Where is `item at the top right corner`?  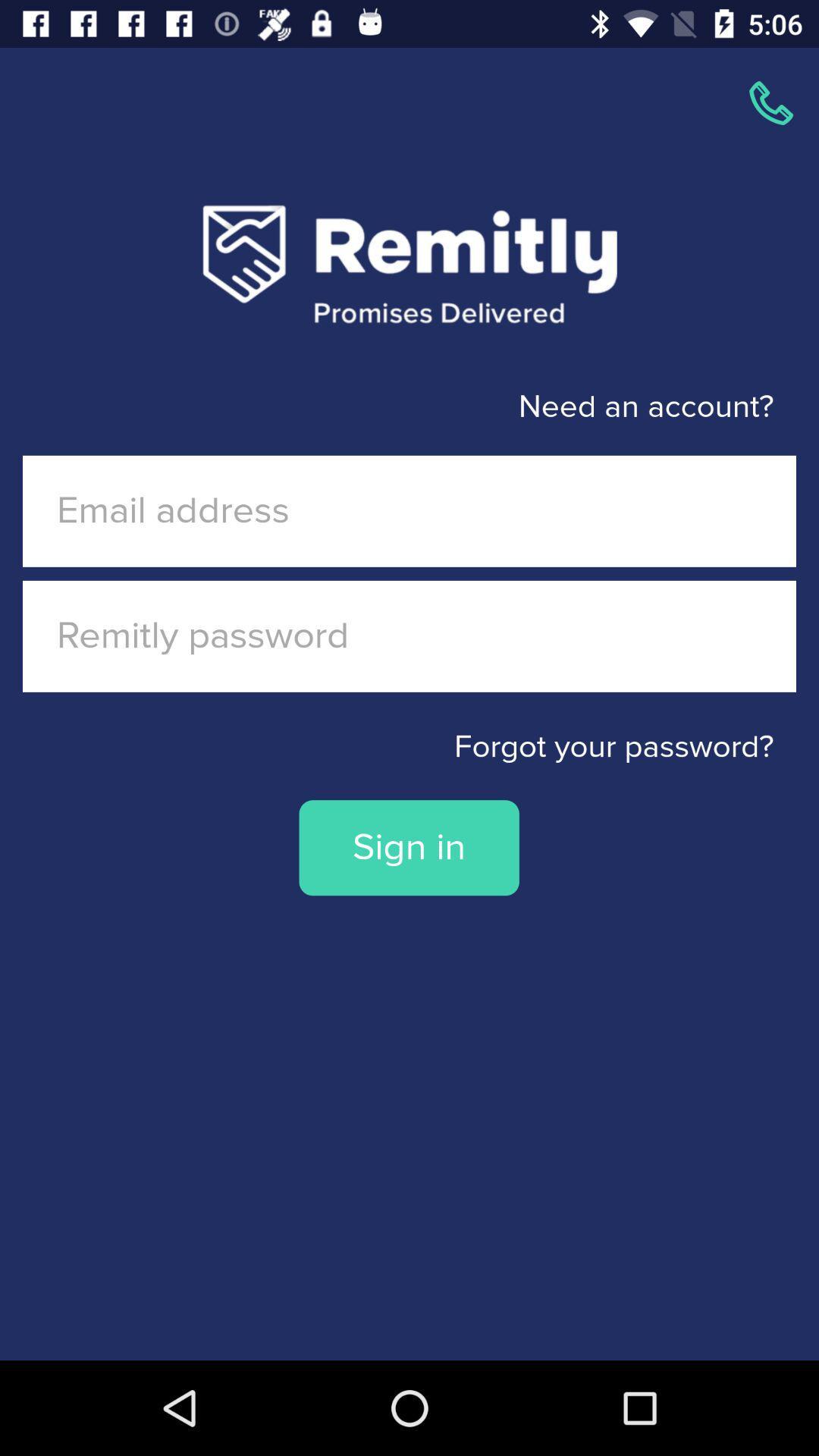 item at the top right corner is located at coordinates (771, 102).